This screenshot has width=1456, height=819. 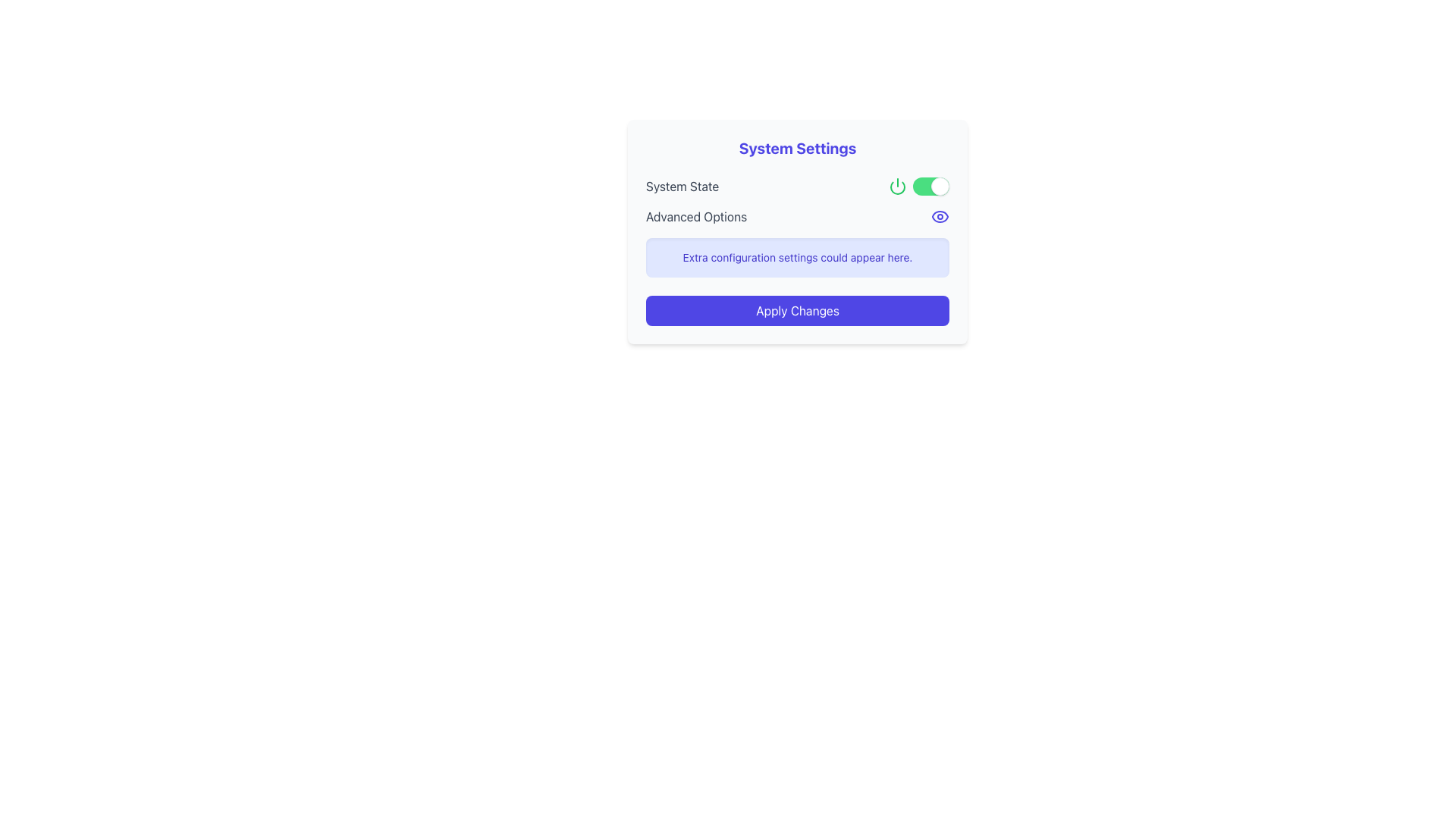 What do you see at coordinates (796, 216) in the screenshot?
I see `the button or link that indicates and toggles advanced configuration options, located below 'System State' and above the extra configuration settings description` at bounding box center [796, 216].